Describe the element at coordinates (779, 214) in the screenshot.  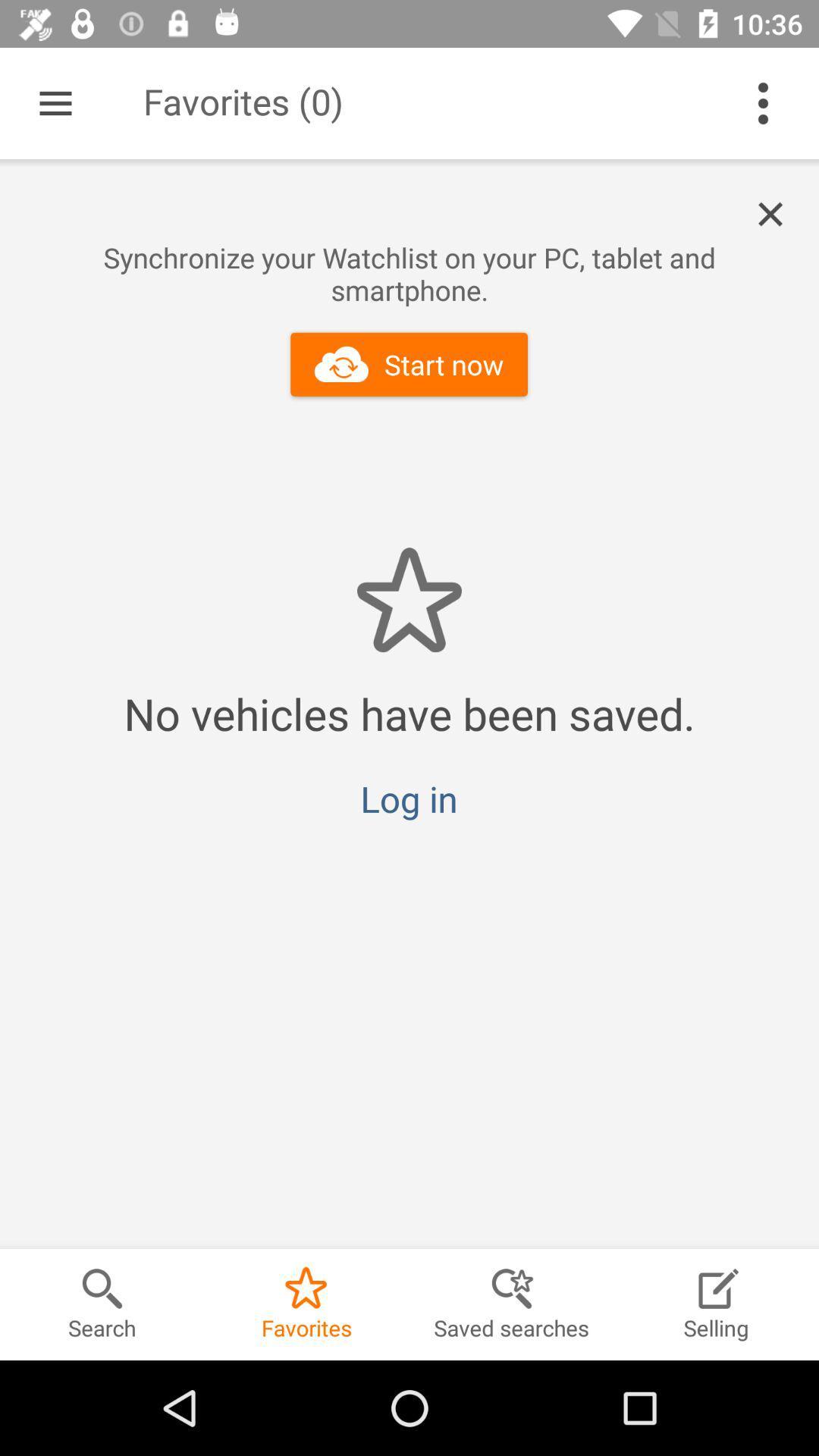
I see `icon above the synchronize your watchlist icon` at that location.